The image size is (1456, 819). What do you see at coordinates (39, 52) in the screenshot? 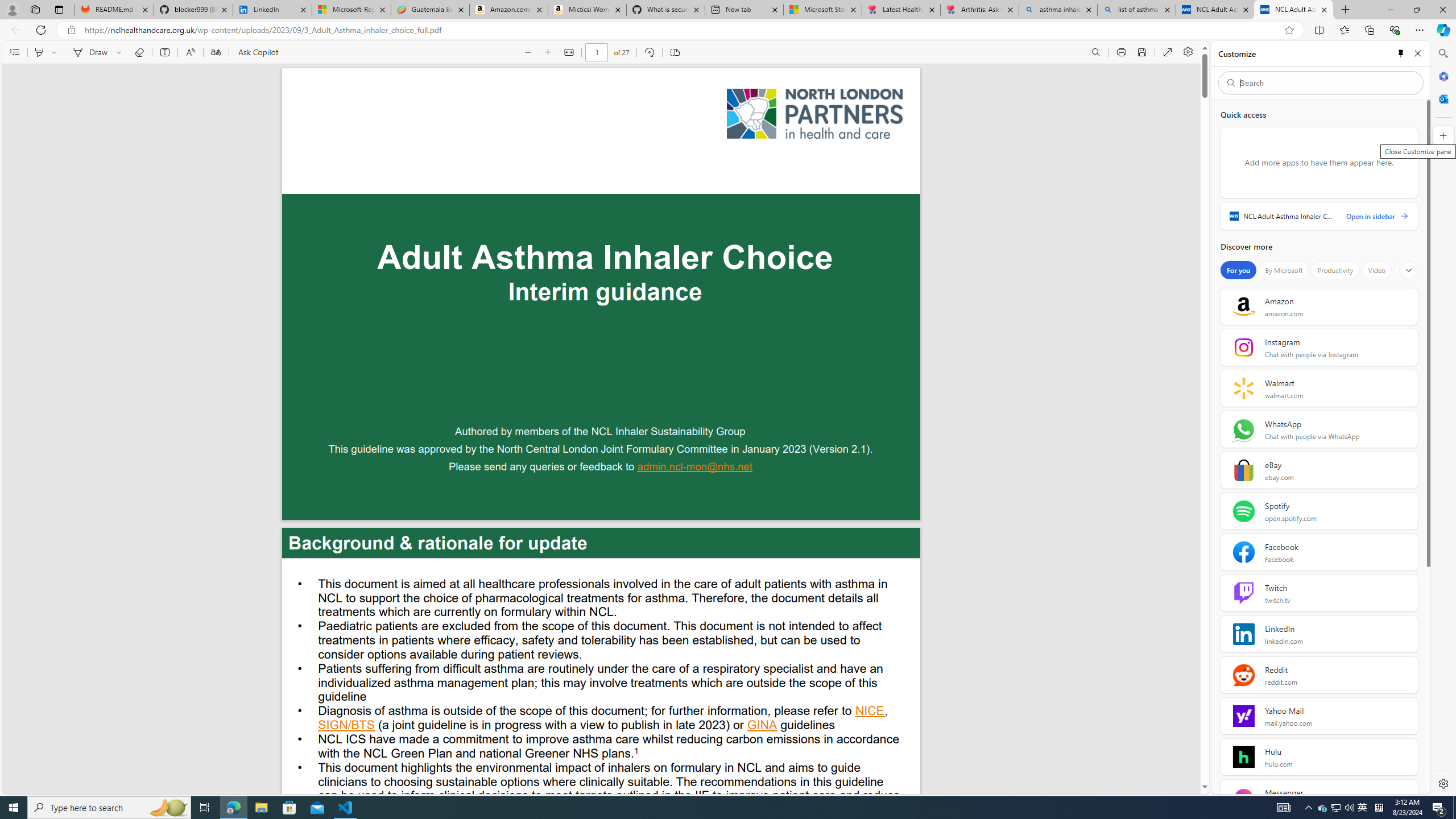
I see `'Highlight'` at bounding box center [39, 52].